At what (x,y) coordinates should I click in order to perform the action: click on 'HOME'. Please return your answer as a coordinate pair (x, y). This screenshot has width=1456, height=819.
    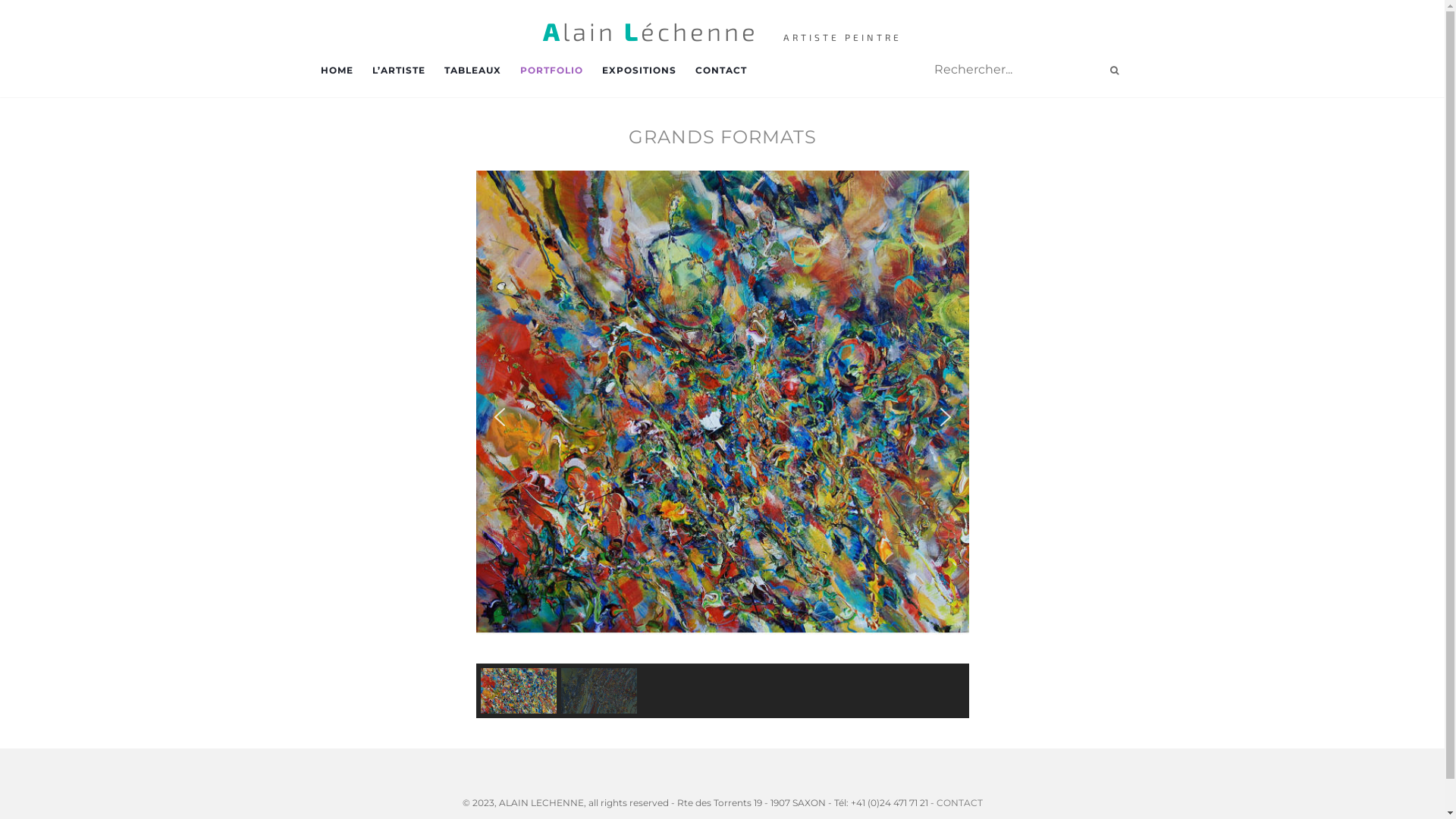
    Looking at the image, I should click on (319, 70).